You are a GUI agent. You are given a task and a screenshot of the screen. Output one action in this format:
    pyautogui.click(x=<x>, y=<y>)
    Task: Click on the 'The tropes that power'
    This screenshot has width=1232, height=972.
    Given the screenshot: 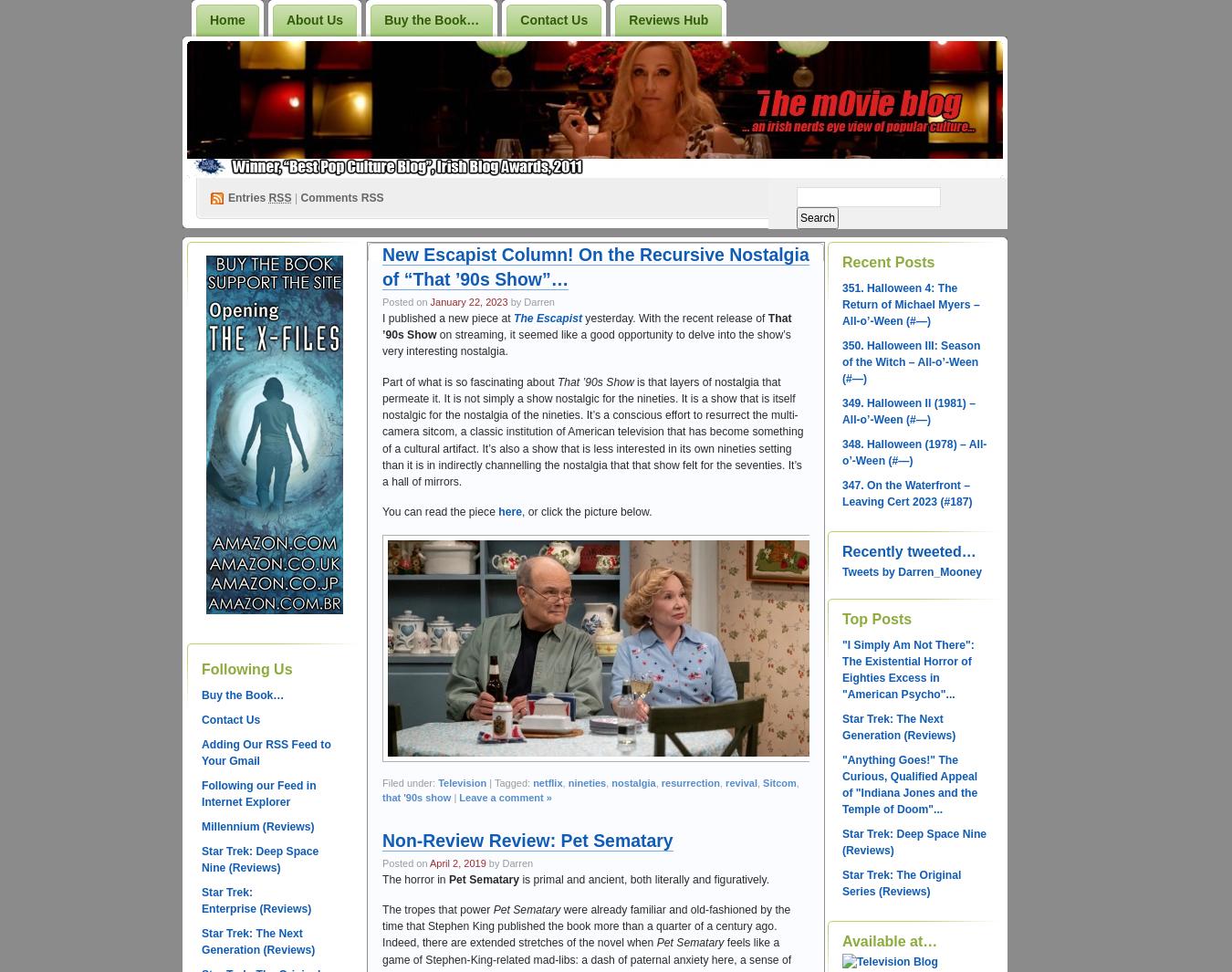 What is the action you would take?
    pyautogui.click(x=436, y=908)
    